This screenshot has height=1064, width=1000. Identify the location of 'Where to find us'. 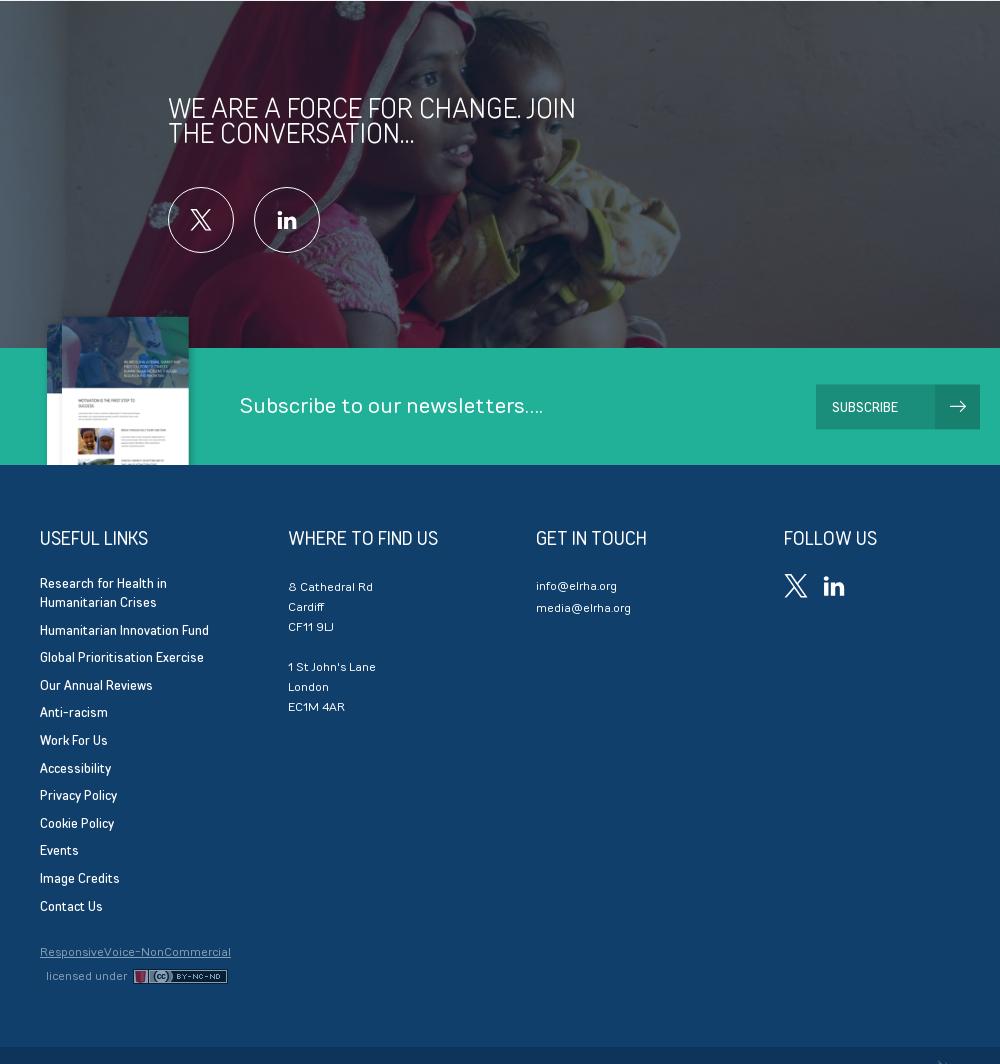
(362, 537).